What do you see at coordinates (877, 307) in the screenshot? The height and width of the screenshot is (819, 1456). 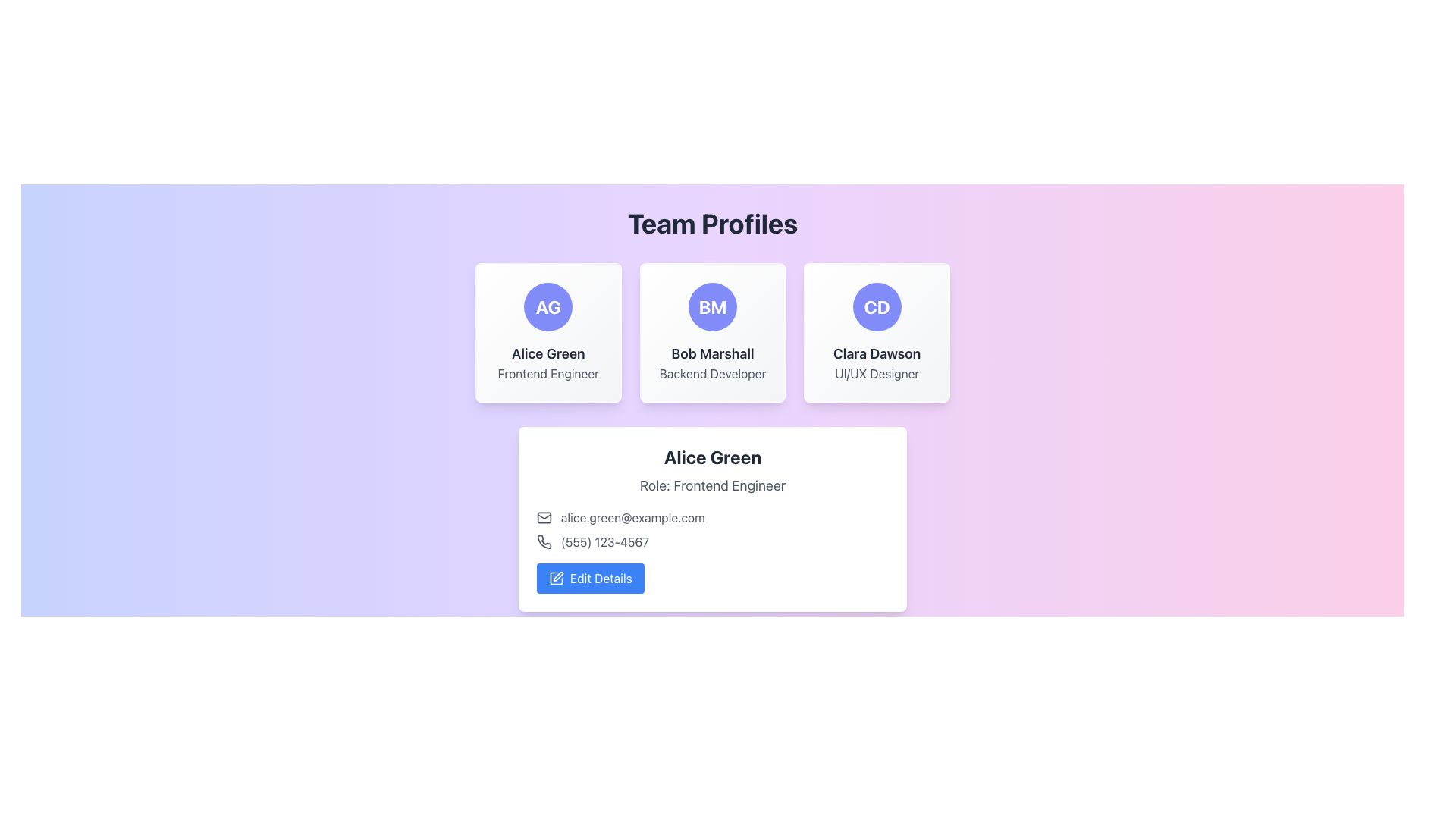 I see `the Circular Avatar Badge representing 'Clara Dawson', located at the top-right corner of the profile card, above the name and job title` at bounding box center [877, 307].